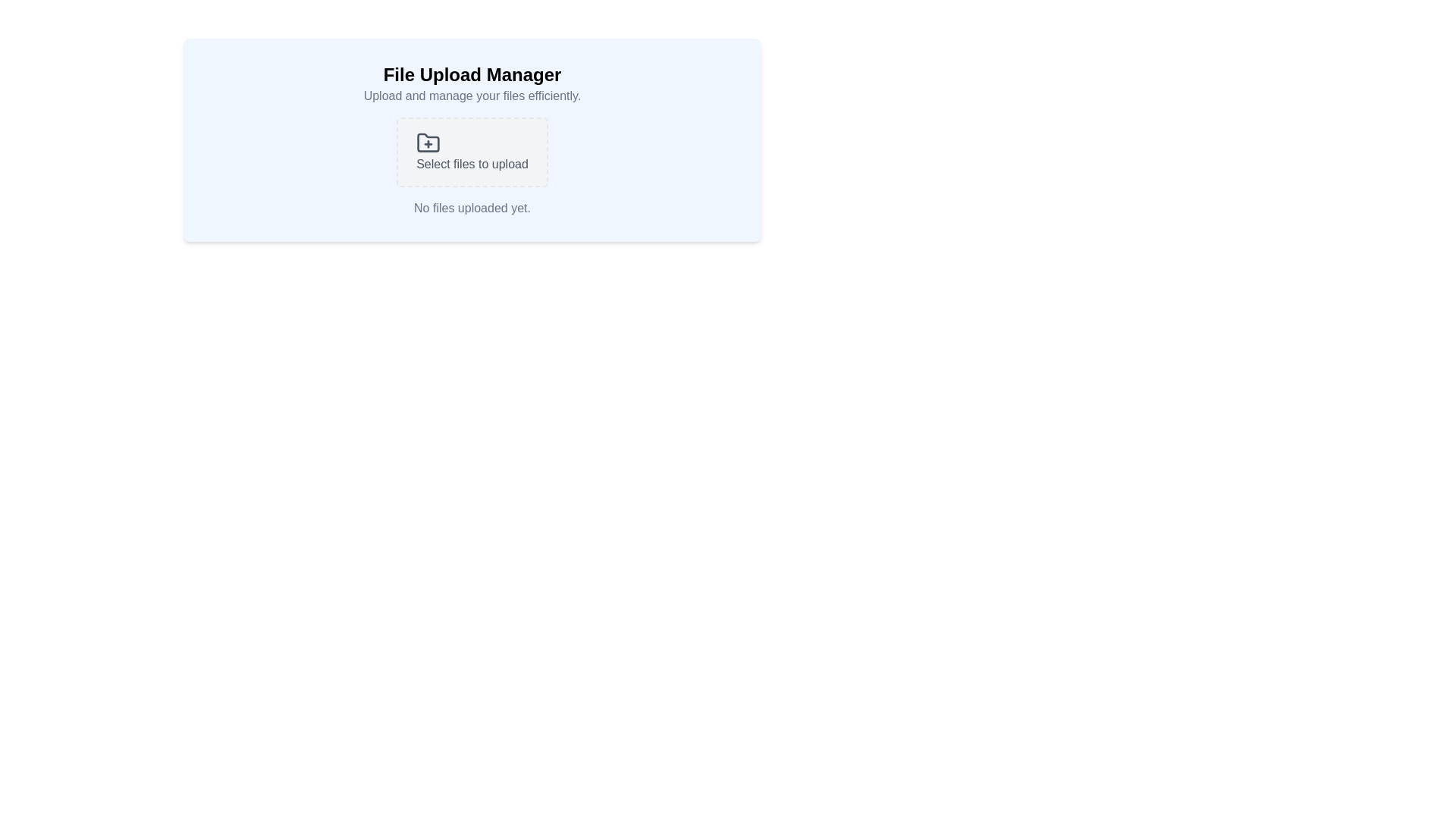 The image size is (1456, 819). What do you see at coordinates (472, 84) in the screenshot?
I see `text from the Label titled 'File Upload Manager' which contains a subtitle 'Upload and manage your files efficiently.'` at bounding box center [472, 84].